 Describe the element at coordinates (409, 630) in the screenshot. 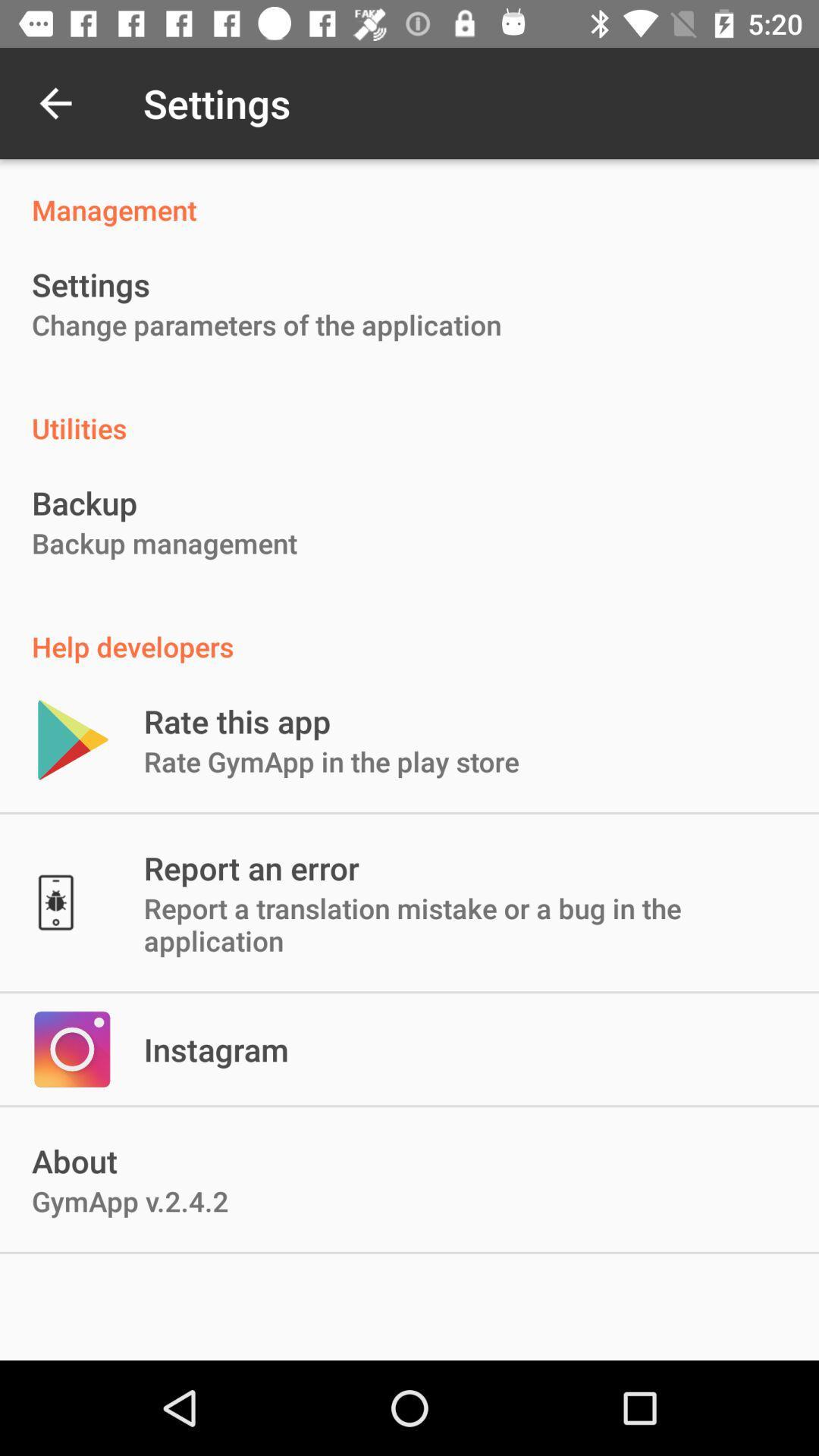

I see `help developers` at that location.